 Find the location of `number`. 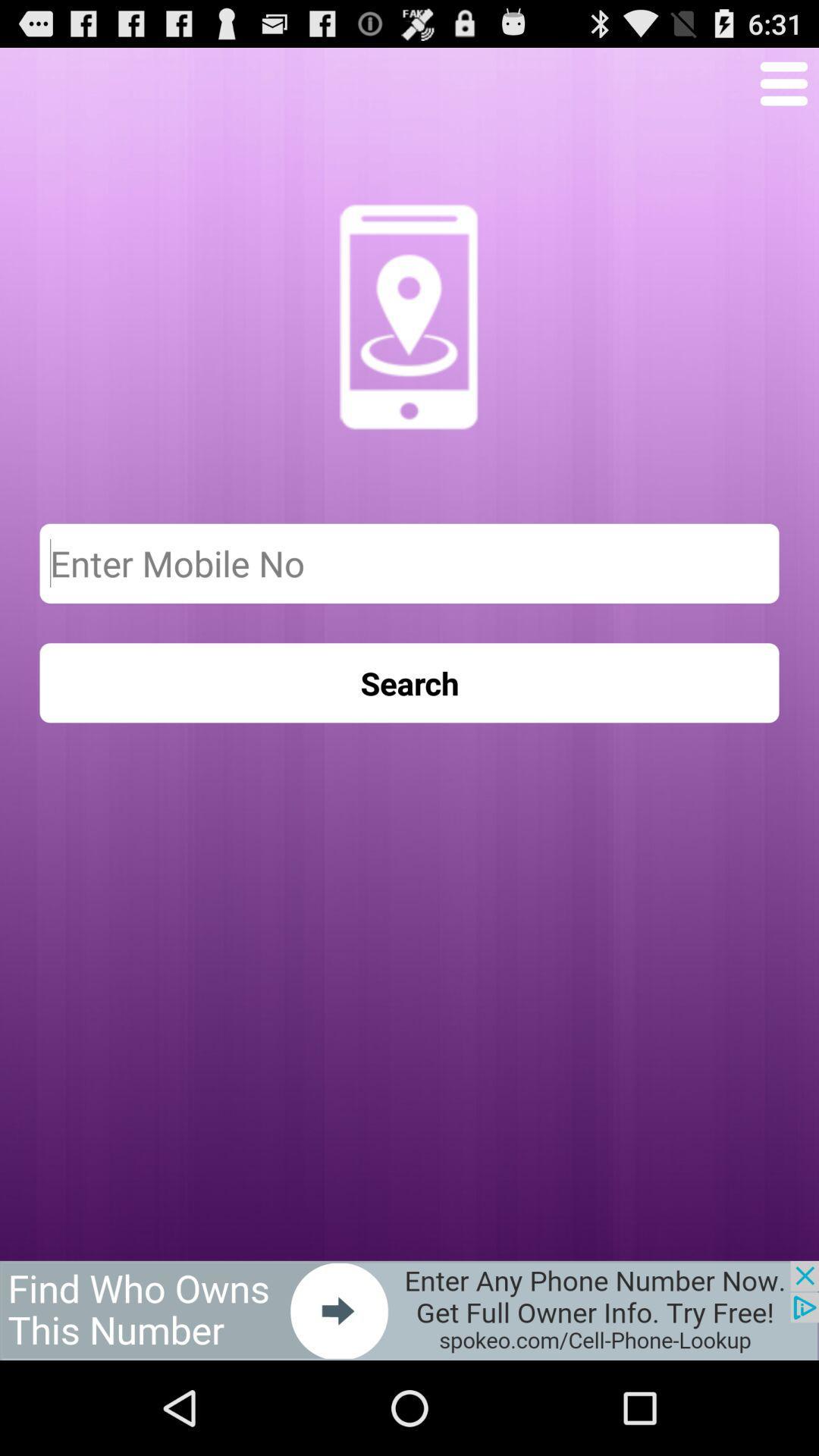

number is located at coordinates (409, 563).